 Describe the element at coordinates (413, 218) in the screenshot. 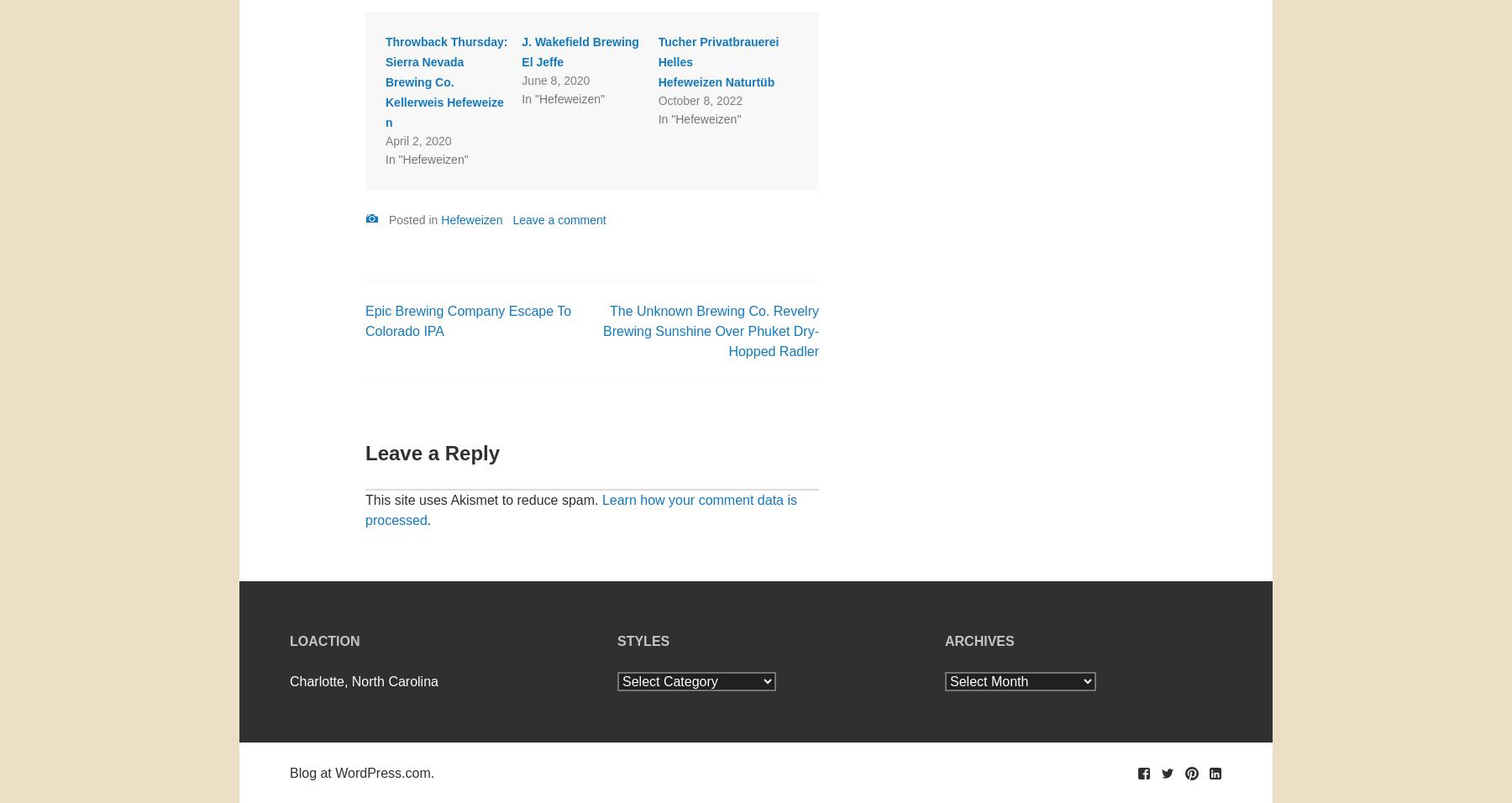

I see `'Posted in'` at that location.